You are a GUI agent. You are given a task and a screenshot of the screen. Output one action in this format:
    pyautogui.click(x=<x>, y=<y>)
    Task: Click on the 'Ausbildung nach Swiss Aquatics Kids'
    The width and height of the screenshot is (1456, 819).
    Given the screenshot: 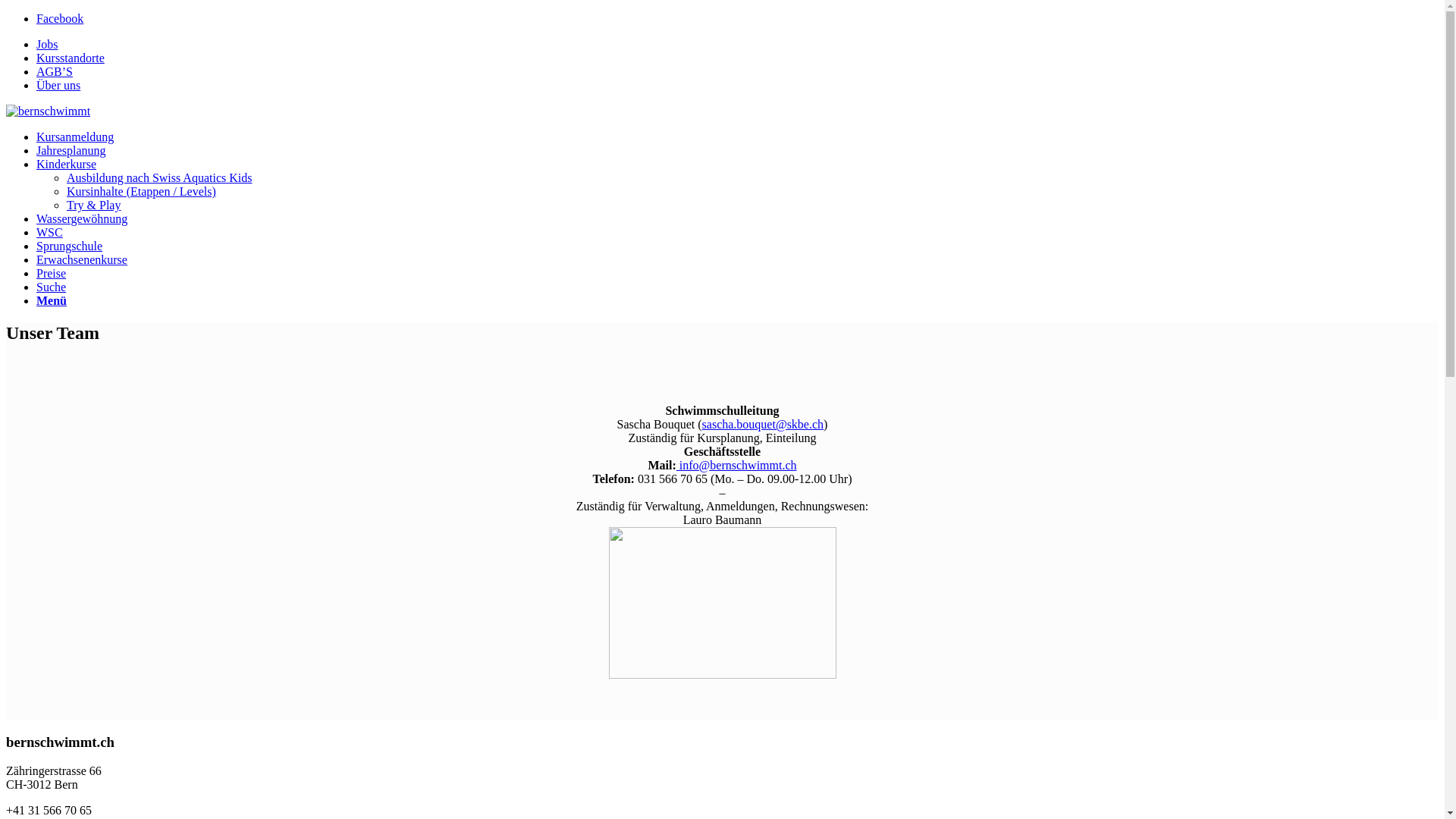 What is the action you would take?
    pyautogui.click(x=159, y=177)
    